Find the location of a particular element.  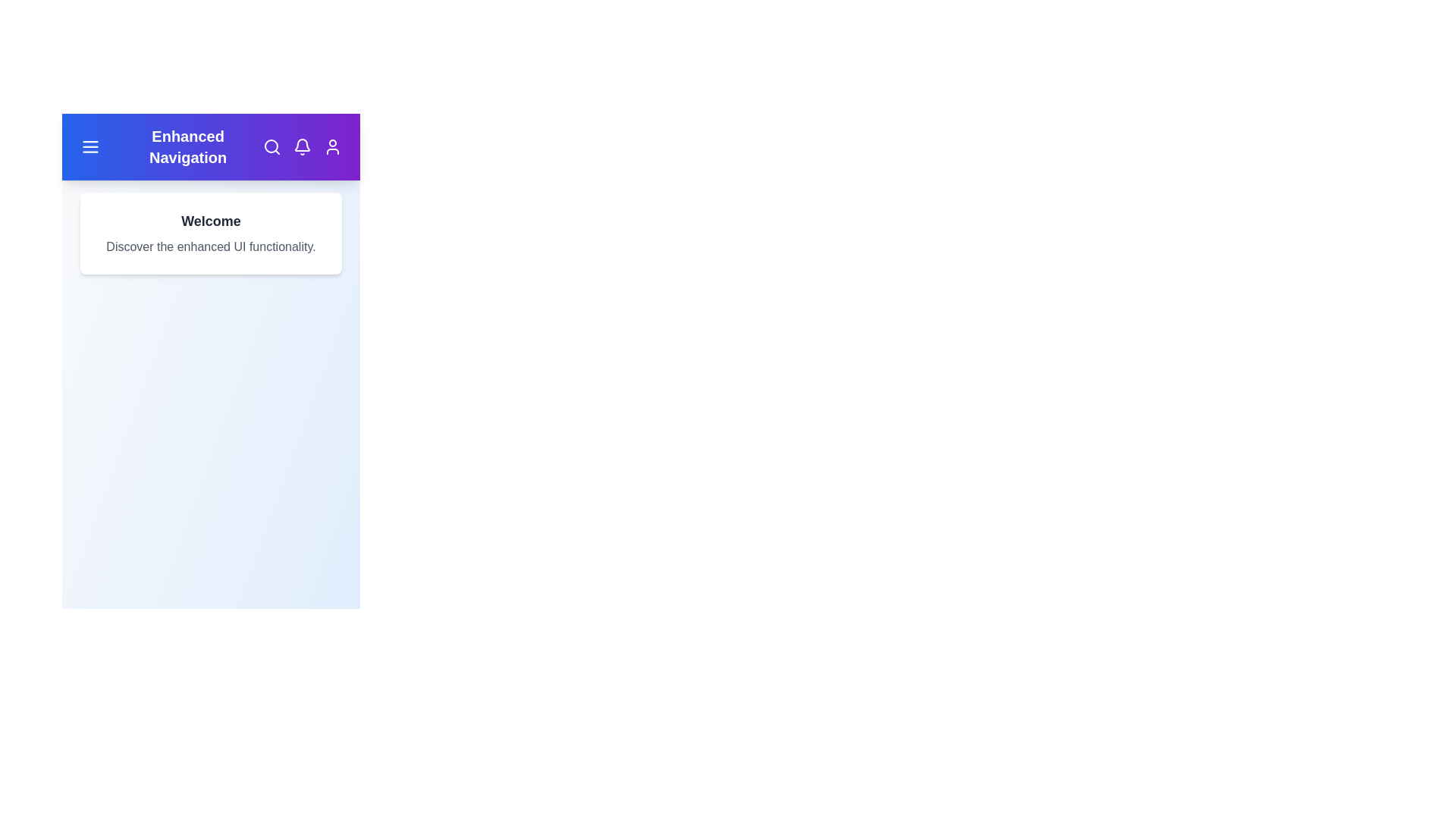

the user icon in the navigation bar is located at coordinates (331, 146).